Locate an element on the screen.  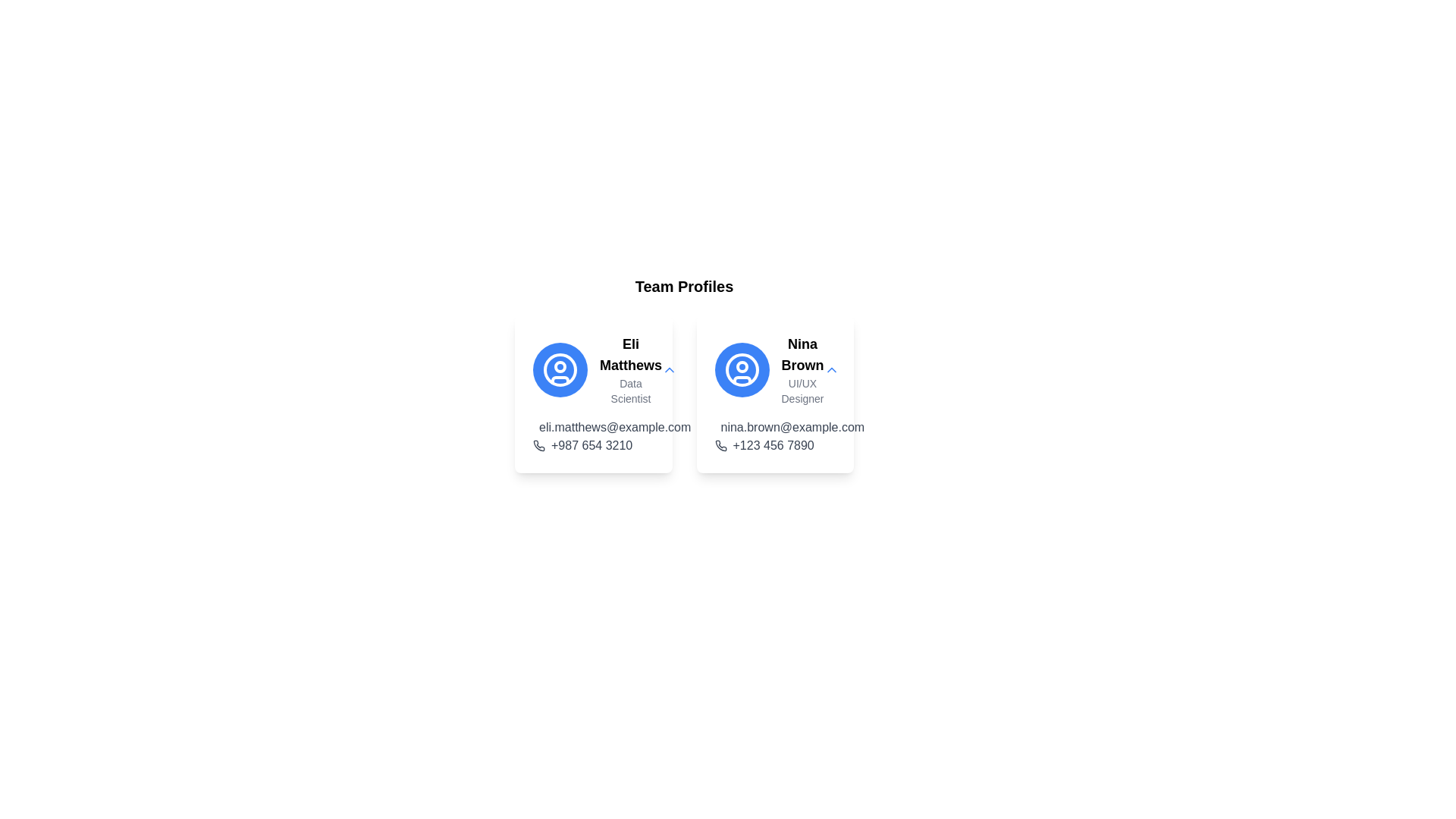
the triangular flap component of the mail icon associated with Eli Matthews's profile, located to the left of the email text 'matthews@example.com' is located at coordinates (542, 428).